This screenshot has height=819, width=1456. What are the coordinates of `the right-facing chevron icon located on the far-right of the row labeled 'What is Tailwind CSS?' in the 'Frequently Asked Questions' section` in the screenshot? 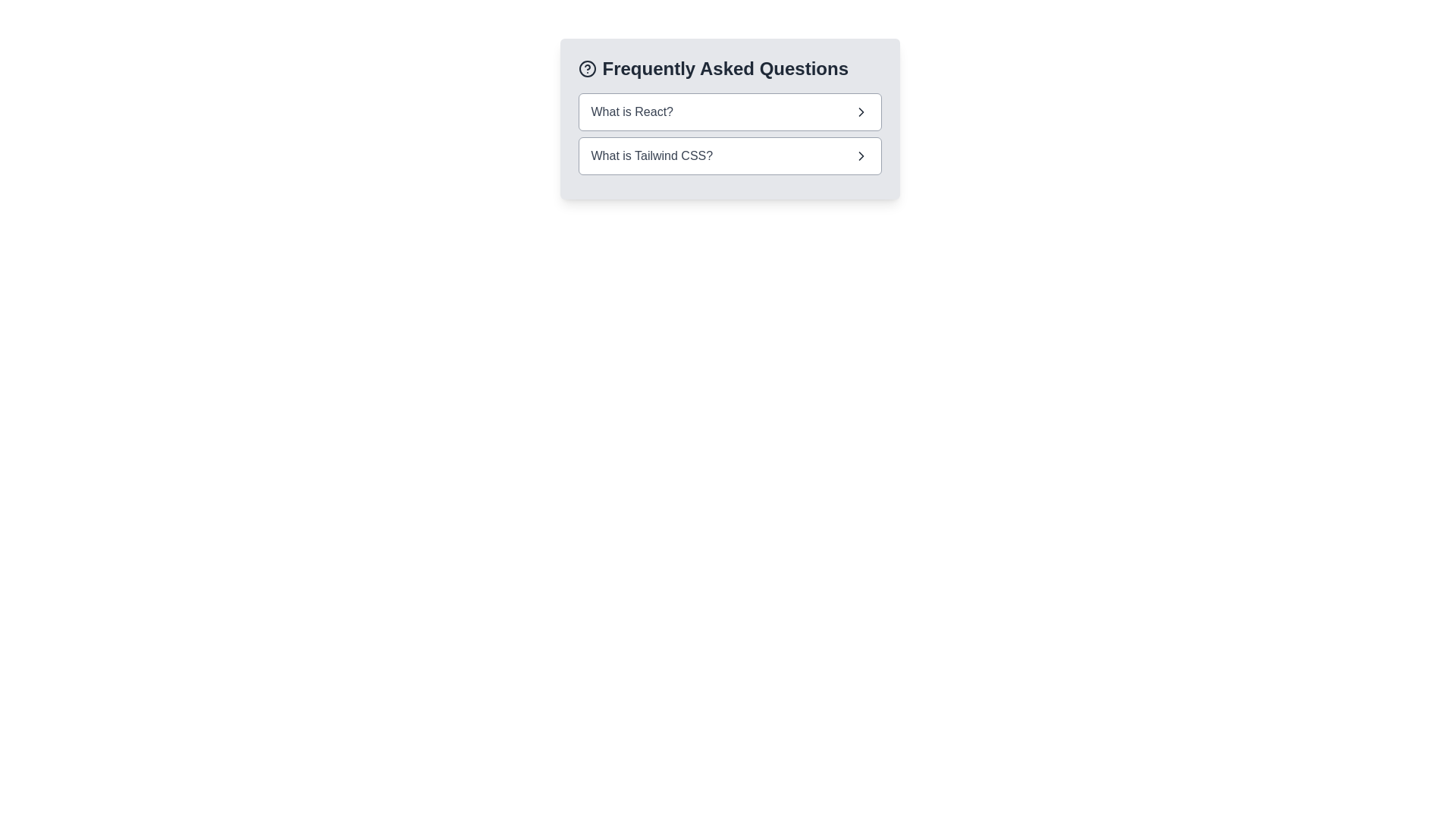 It's located at (861, 155).